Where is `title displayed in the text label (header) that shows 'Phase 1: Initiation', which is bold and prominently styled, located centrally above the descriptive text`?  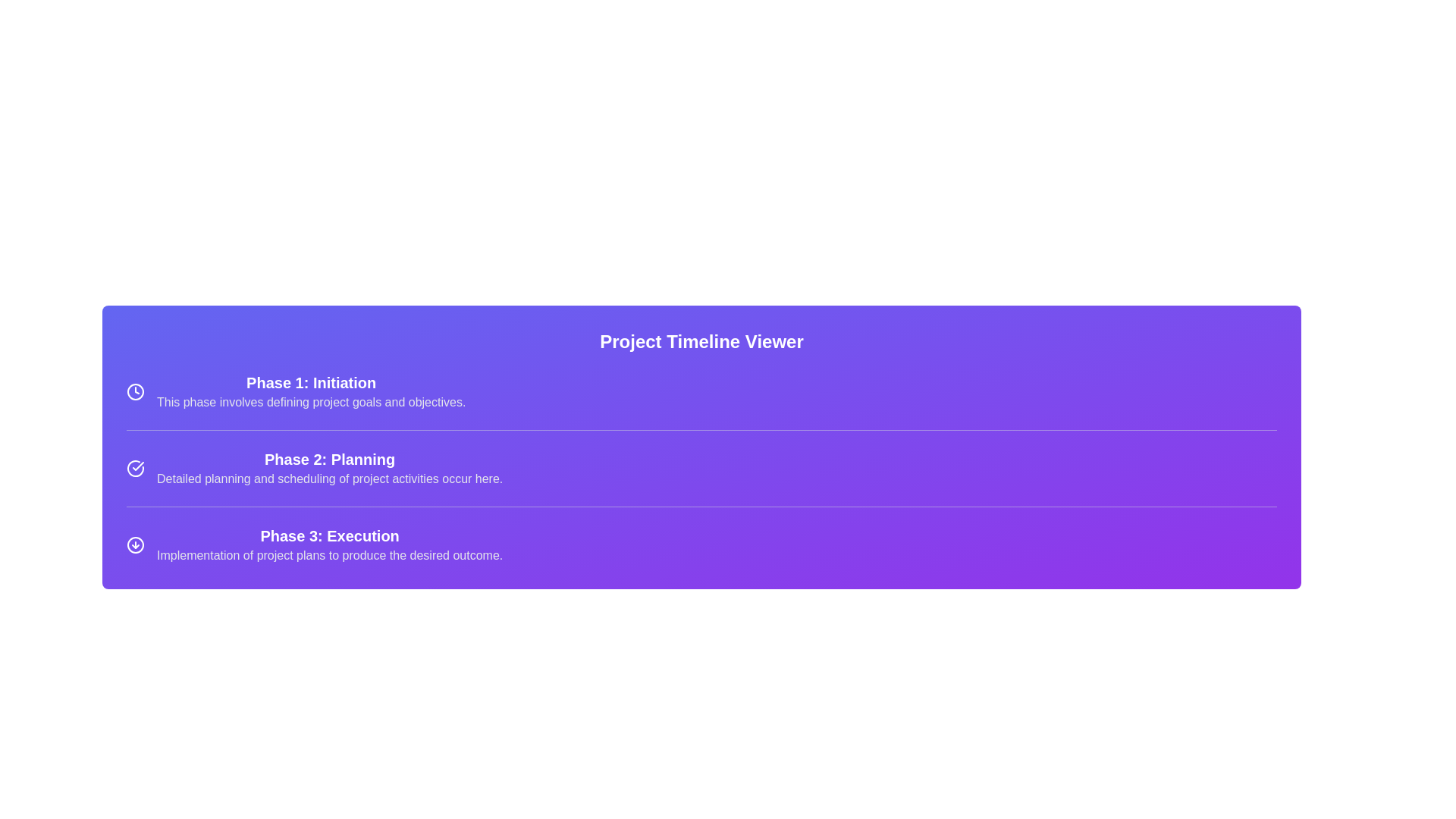
title displayed in the text label (header) that shows 'Phase 1: Initiation', which is bold and prominently styled, located centrally above the descriptive text is located at coordinates (310, 382).